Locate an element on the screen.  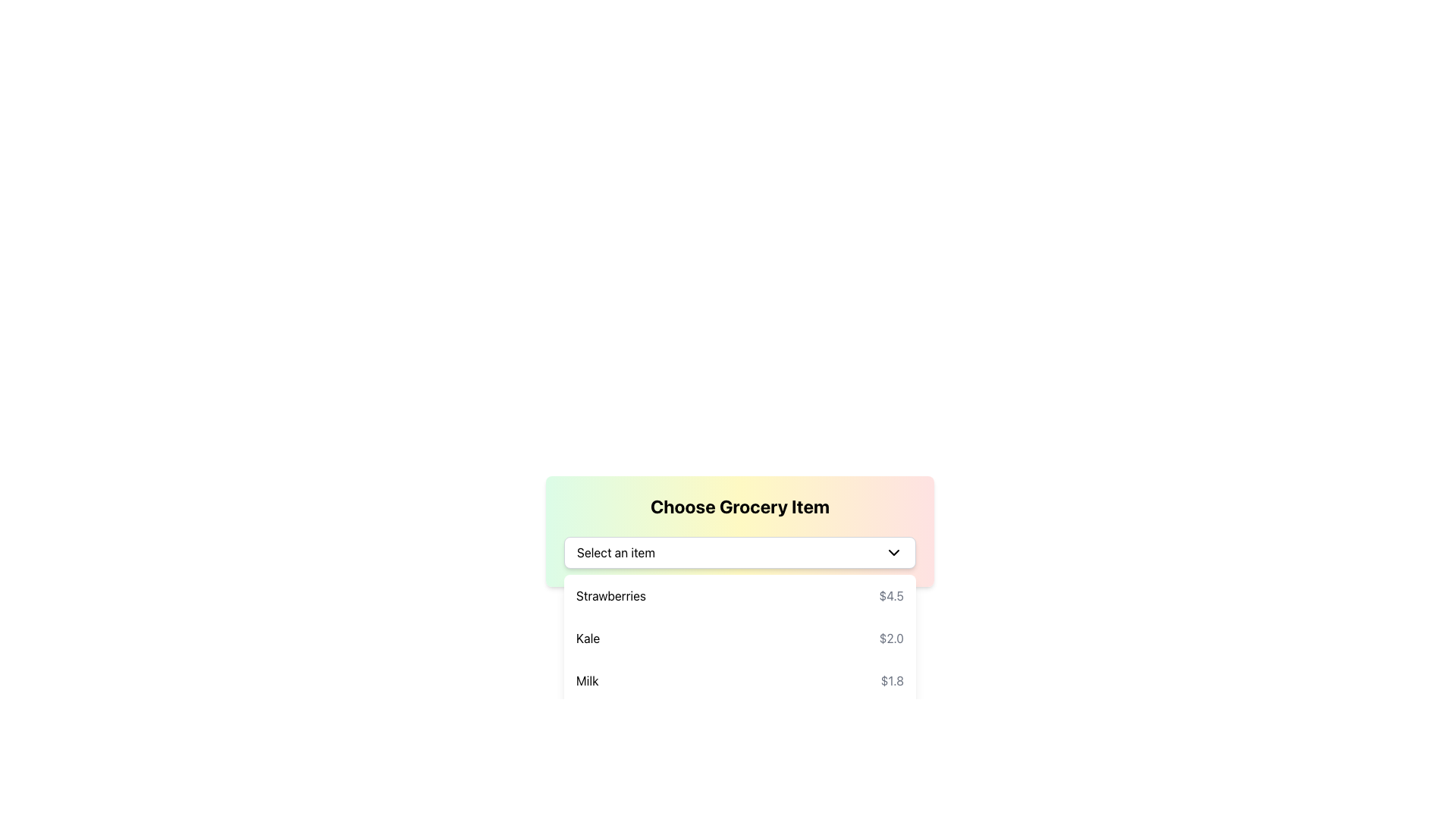
the text label displaying 'Milk' in black font, which is the first element of the entry labeled 'Milk $1.8' in the dropdown list is located at coordinates (586, 680).